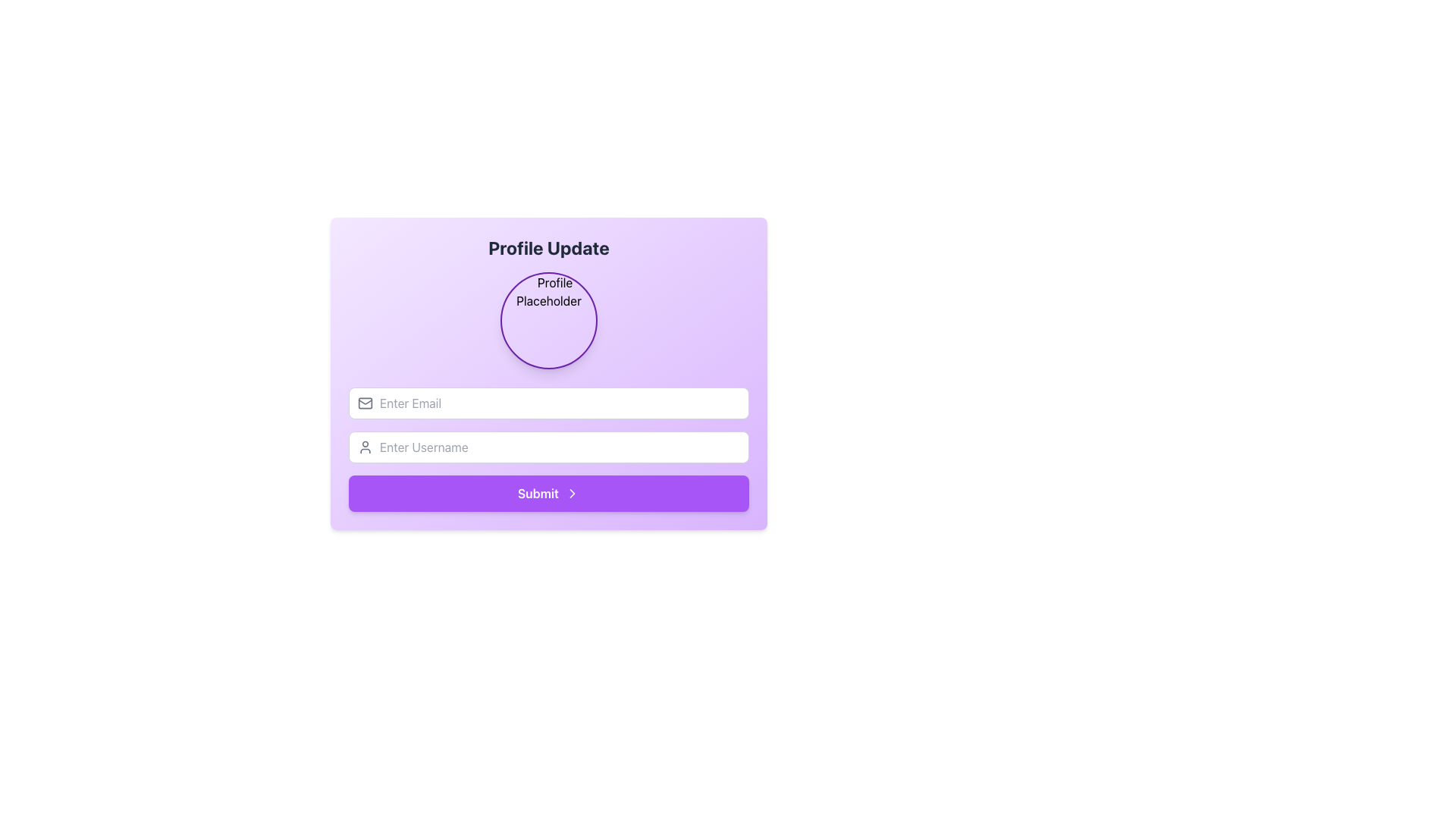  What do you see at coordinates (571, 494) in the screenshot?
I see `the right-pointing chevron icon located at the lower right side of the 'Submit' button to initiate navigation` at bounding box center [571, 494].